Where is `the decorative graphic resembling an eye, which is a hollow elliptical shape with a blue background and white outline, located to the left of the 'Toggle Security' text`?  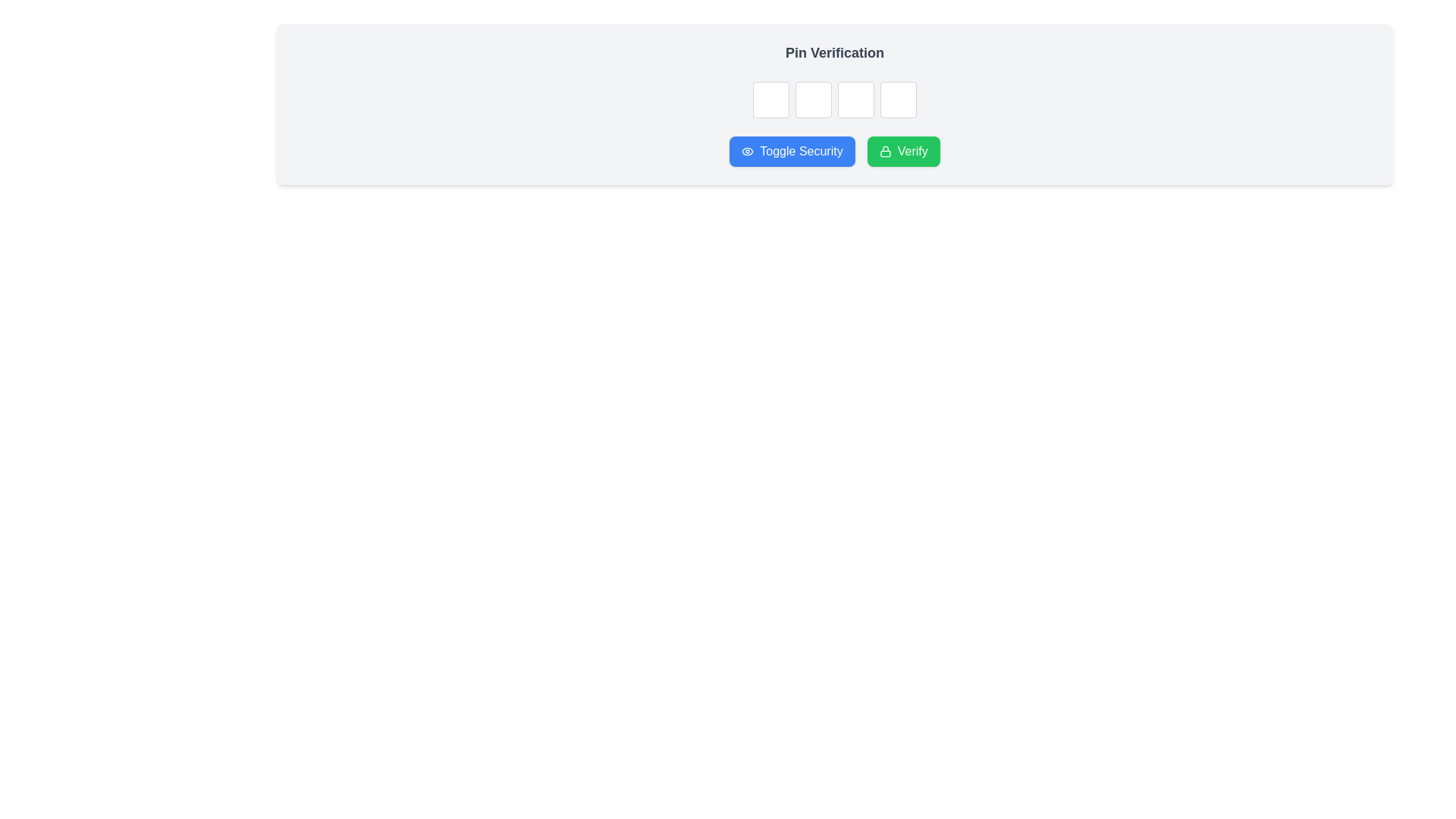 the decorative graphic resembling an eye, which is a hollow elliptical shape with a blue background and white outline, located to the left of the 'Toggle Security' text is located at coordinates (748, 152).